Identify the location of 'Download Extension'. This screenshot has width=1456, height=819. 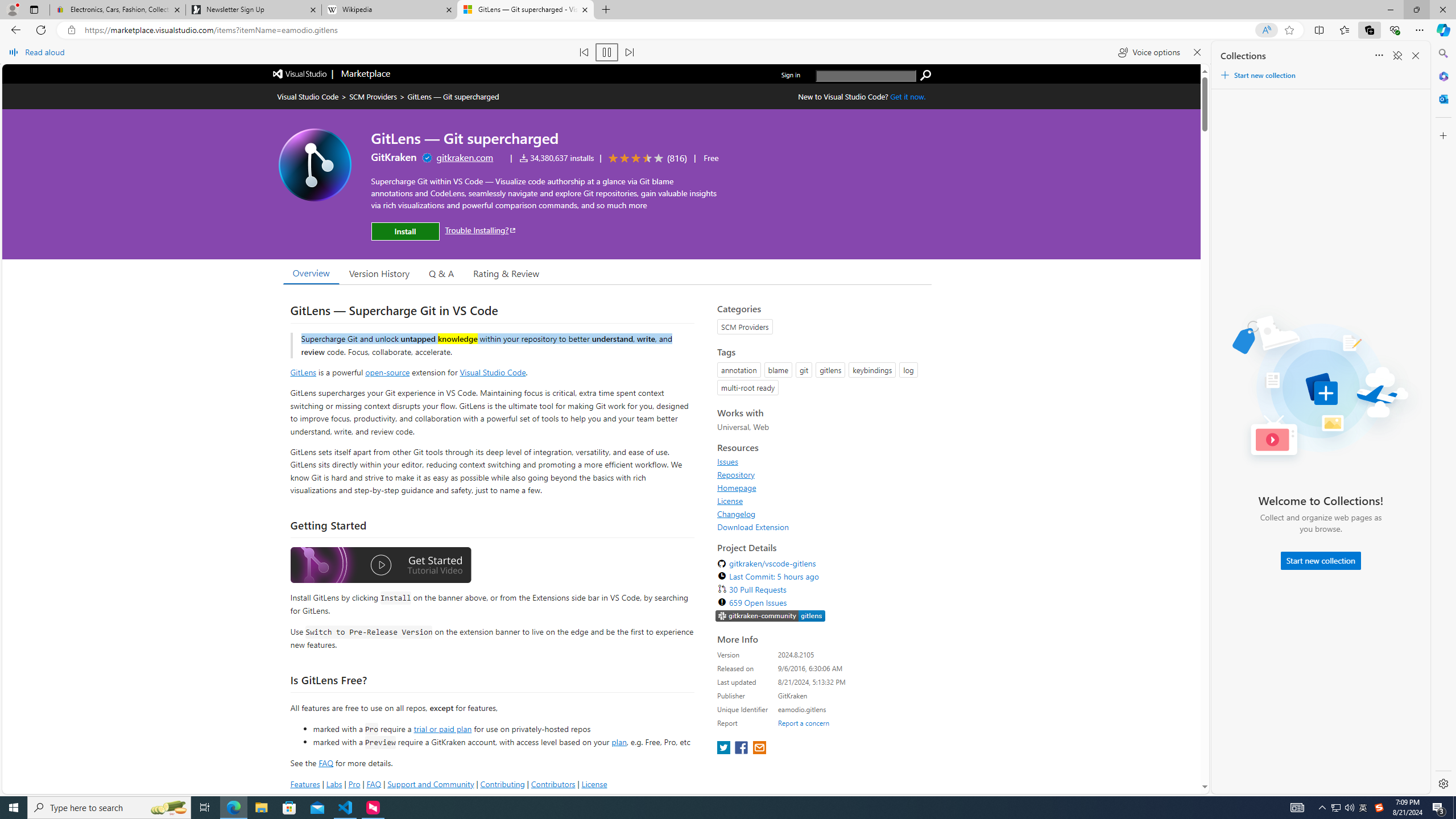
(821, 527).